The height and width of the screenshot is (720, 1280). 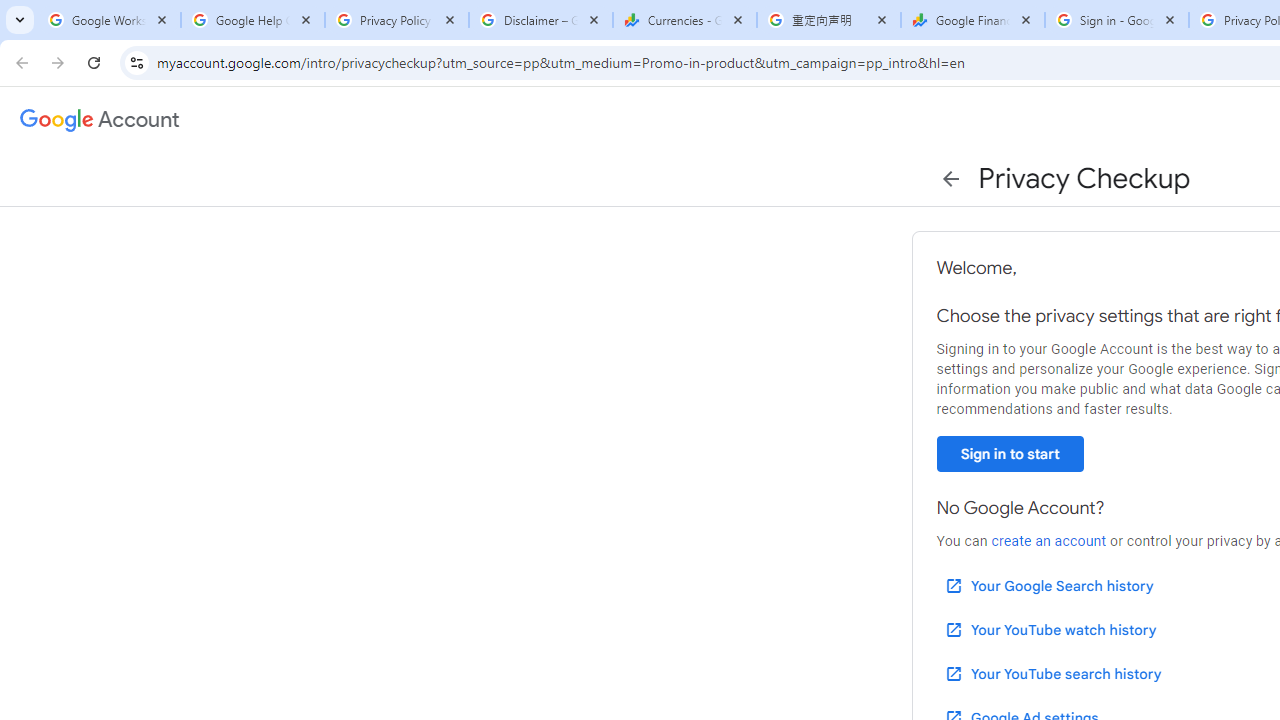 What do you see at coordinates (99, 120) in the screenshot?
I see `'Google Account settings'` at bounding box center [99, 120].